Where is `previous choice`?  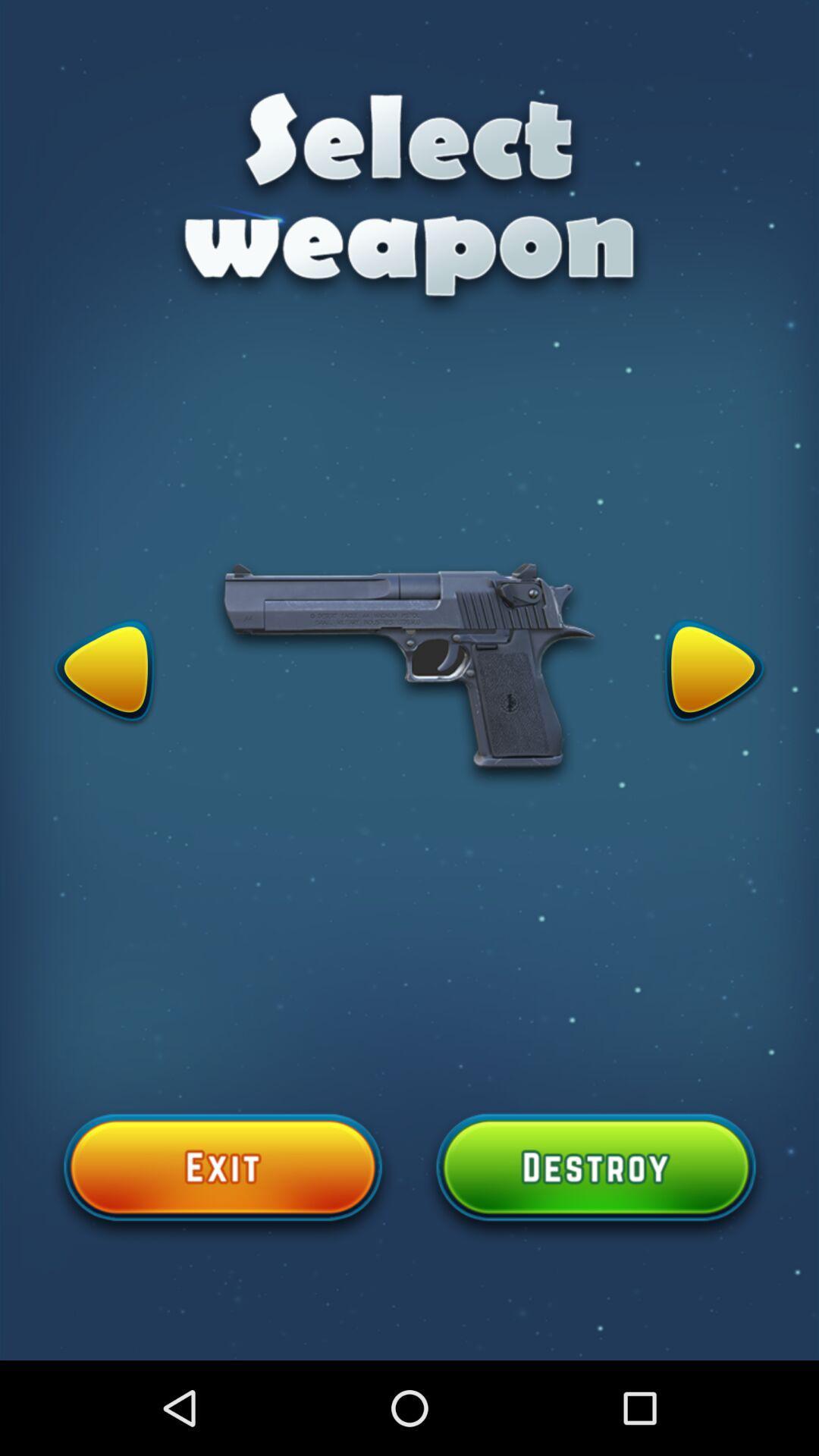
previous choice is located at coordinates (104, 673).